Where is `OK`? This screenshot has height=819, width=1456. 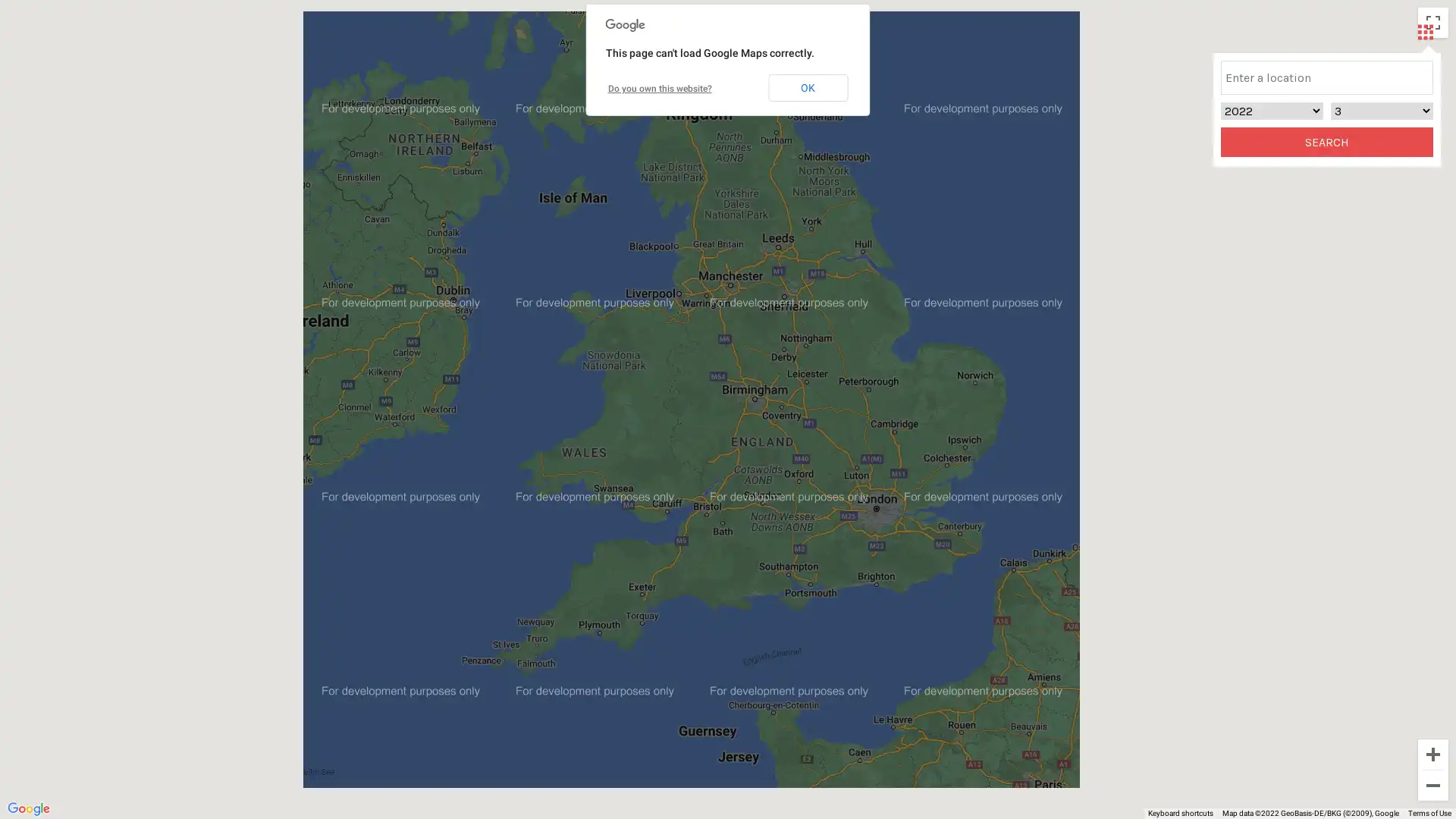
OK is located at coordinates (807, 87).